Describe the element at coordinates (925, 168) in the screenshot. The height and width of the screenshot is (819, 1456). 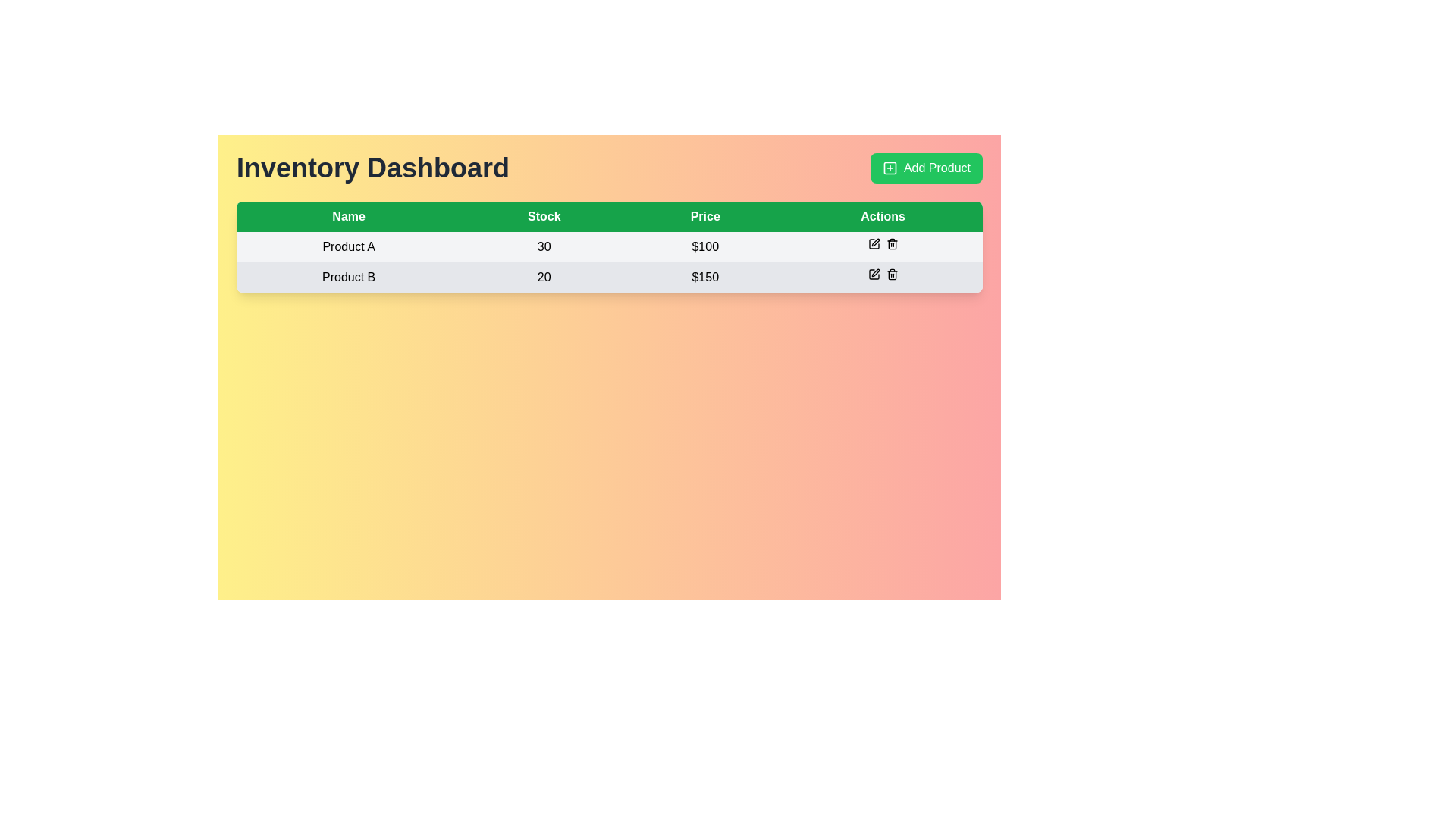
I see `the 'Add New Product' button located at the top-right corner of the 'Inventory Dashboard' header to observe any hover effects` at that location.